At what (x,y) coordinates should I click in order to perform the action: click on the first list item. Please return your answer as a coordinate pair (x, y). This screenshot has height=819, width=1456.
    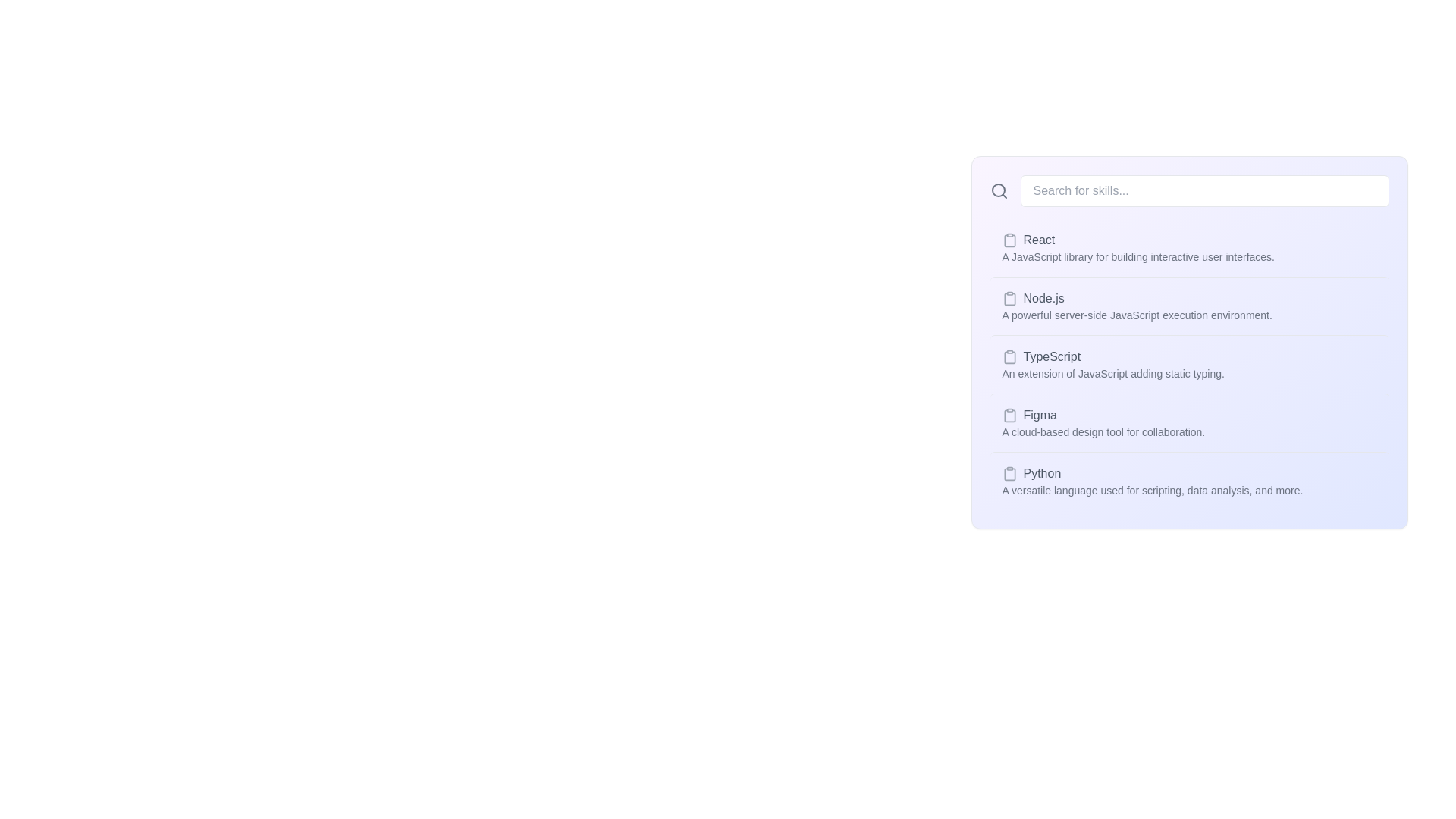
    Looking at the image, I should click on (1138, 247).